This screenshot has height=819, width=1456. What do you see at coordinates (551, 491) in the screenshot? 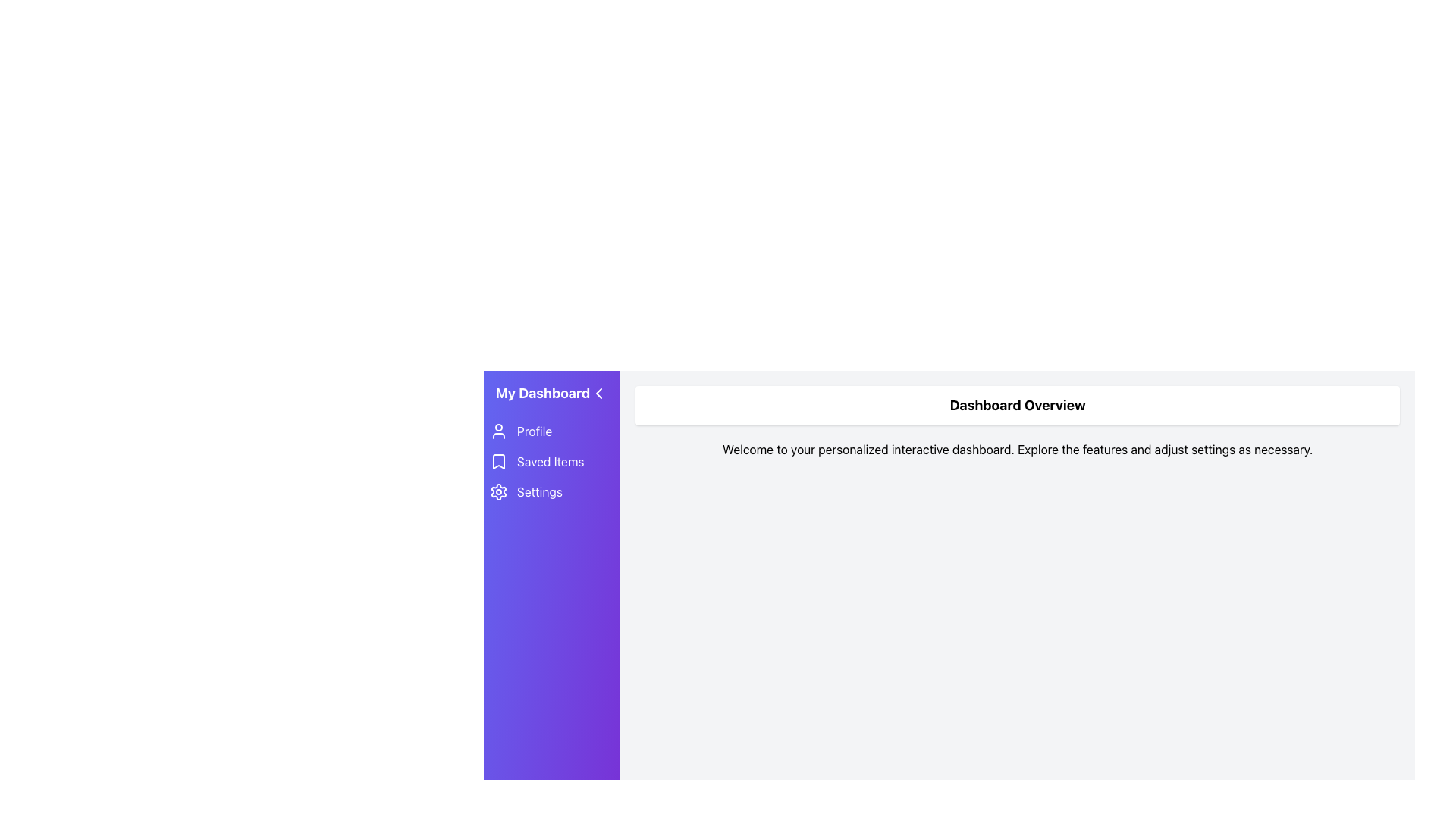
I see `the 'Settings' button in the sidebar menu` at bounding box center [551, 491].